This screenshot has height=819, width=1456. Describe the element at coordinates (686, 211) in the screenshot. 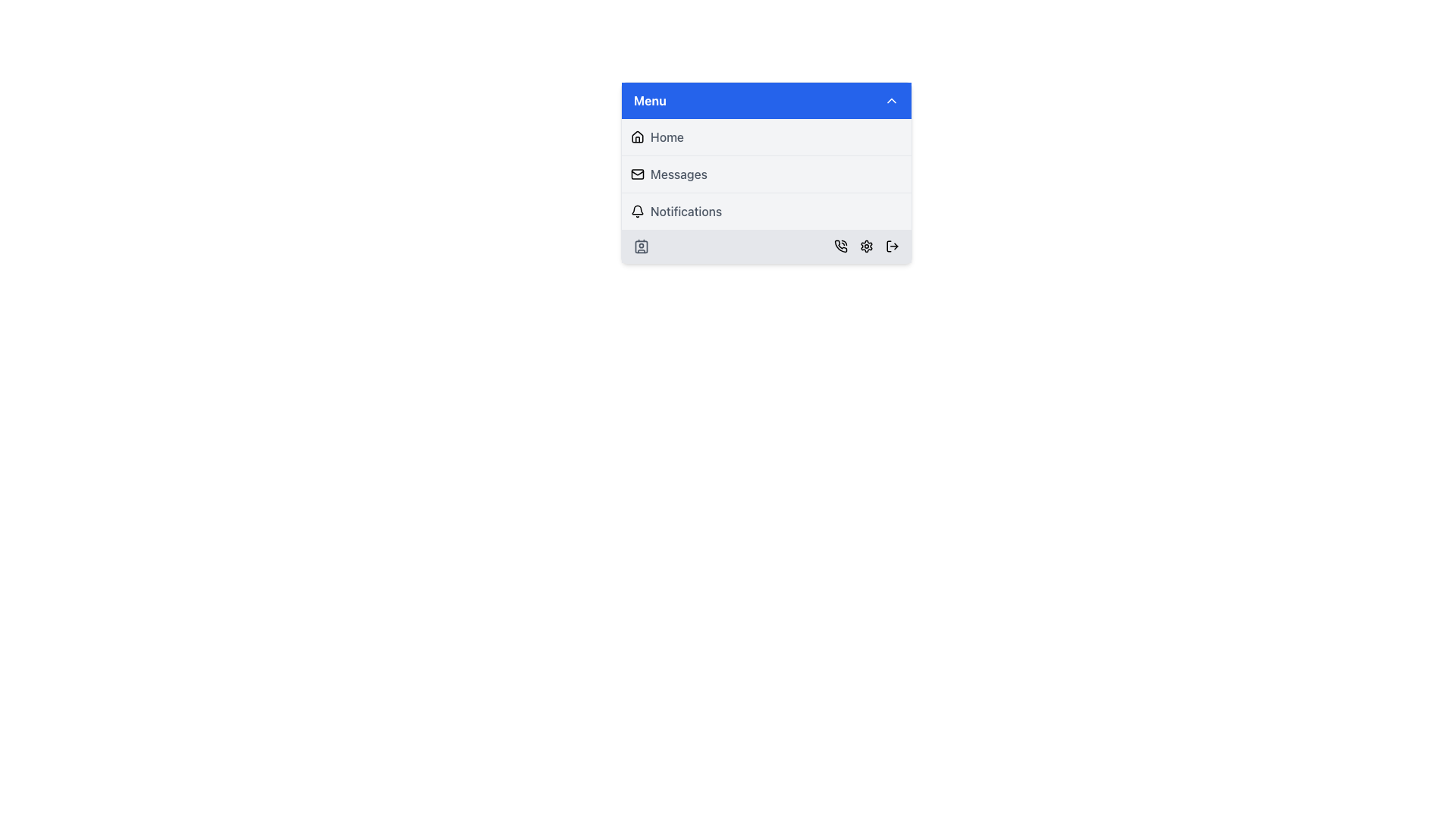

I see `text label displaying 'Notifications', which is the third entry in the menu section and aligned to the right of a bell icon` at that location.